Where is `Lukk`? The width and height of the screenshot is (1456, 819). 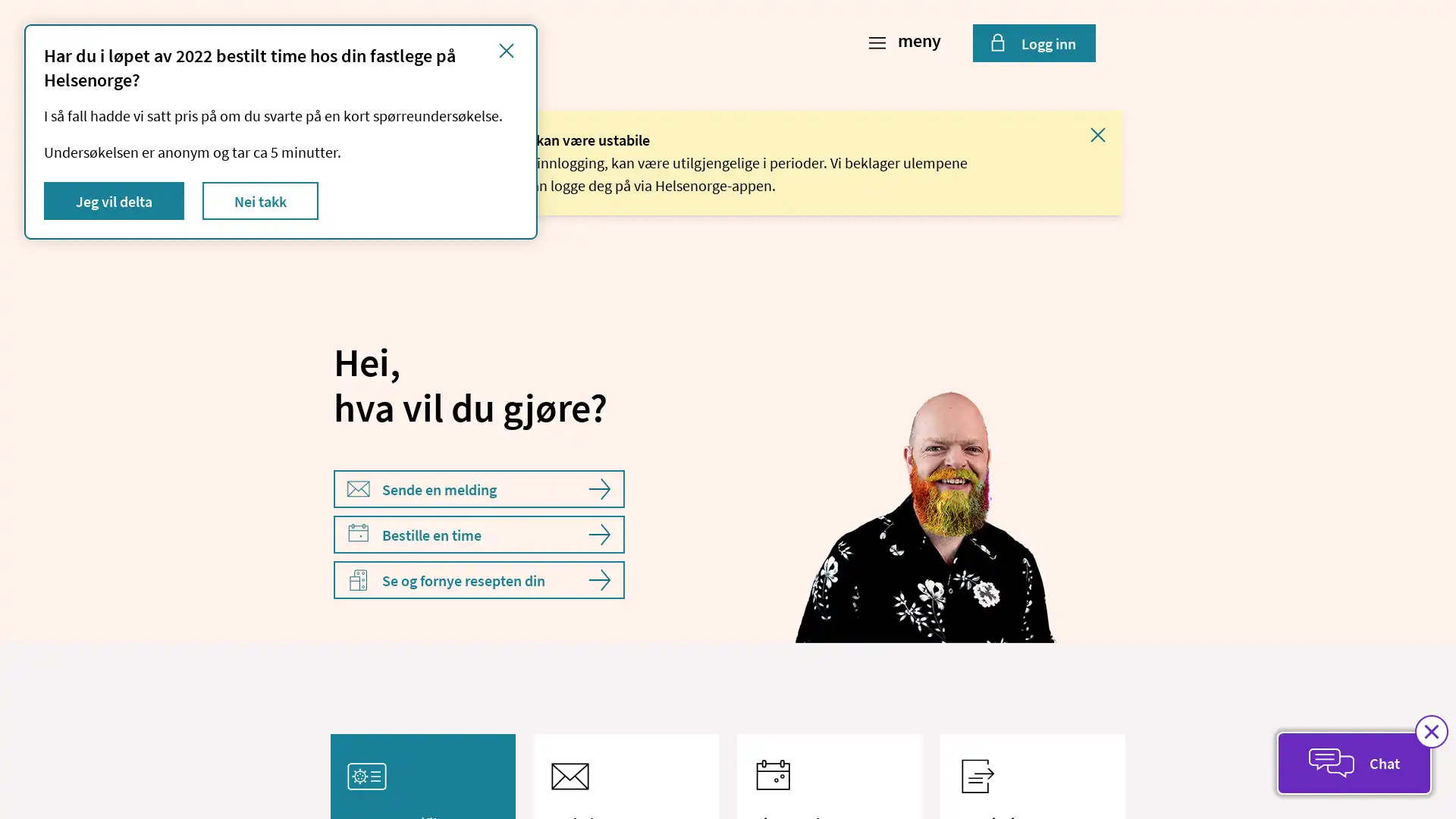 Lukk is located at coordinates (1098, 133).